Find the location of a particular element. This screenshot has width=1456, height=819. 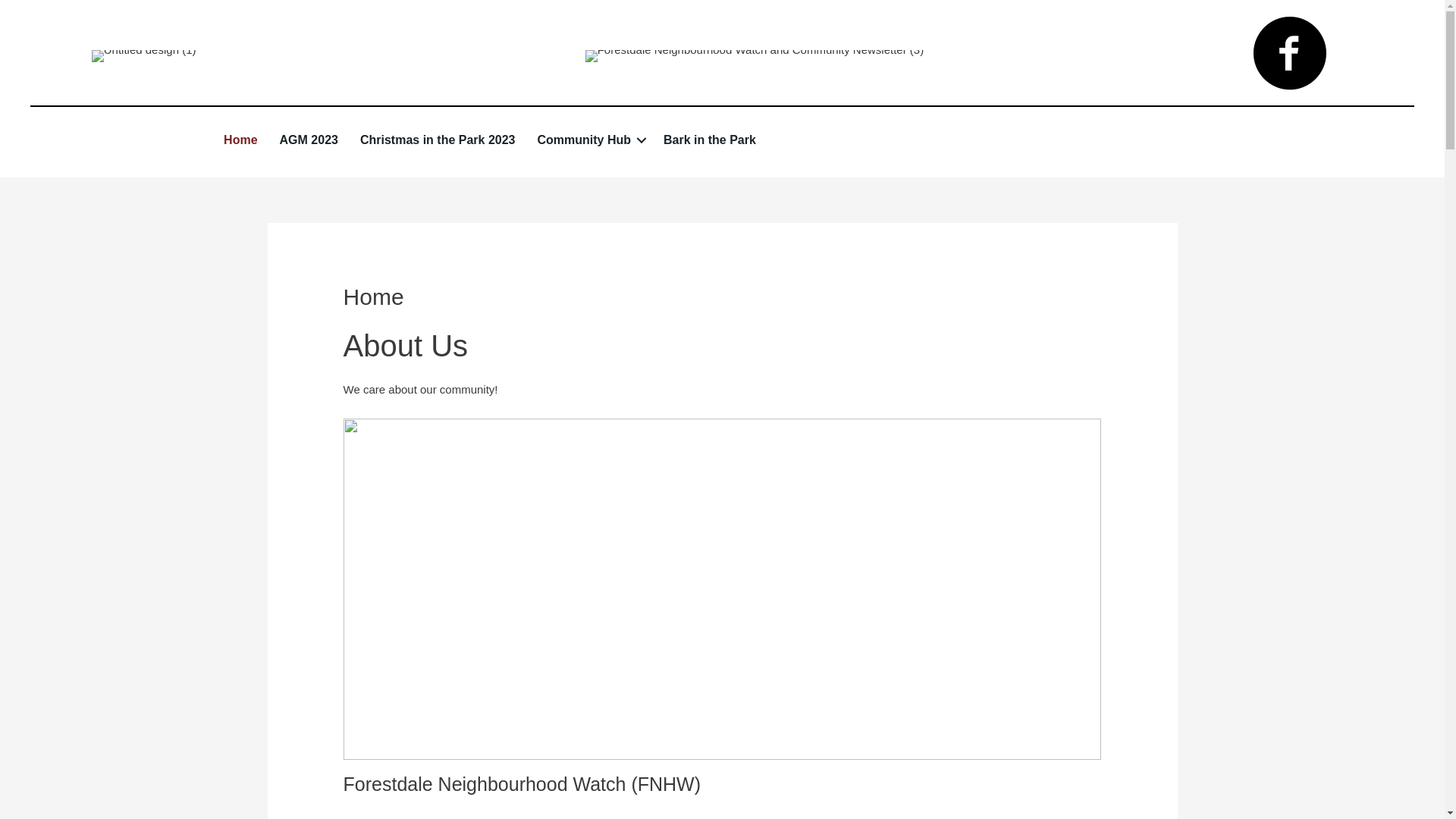

'Christmas in the Park 2023' is located at coordinates (348, 140).